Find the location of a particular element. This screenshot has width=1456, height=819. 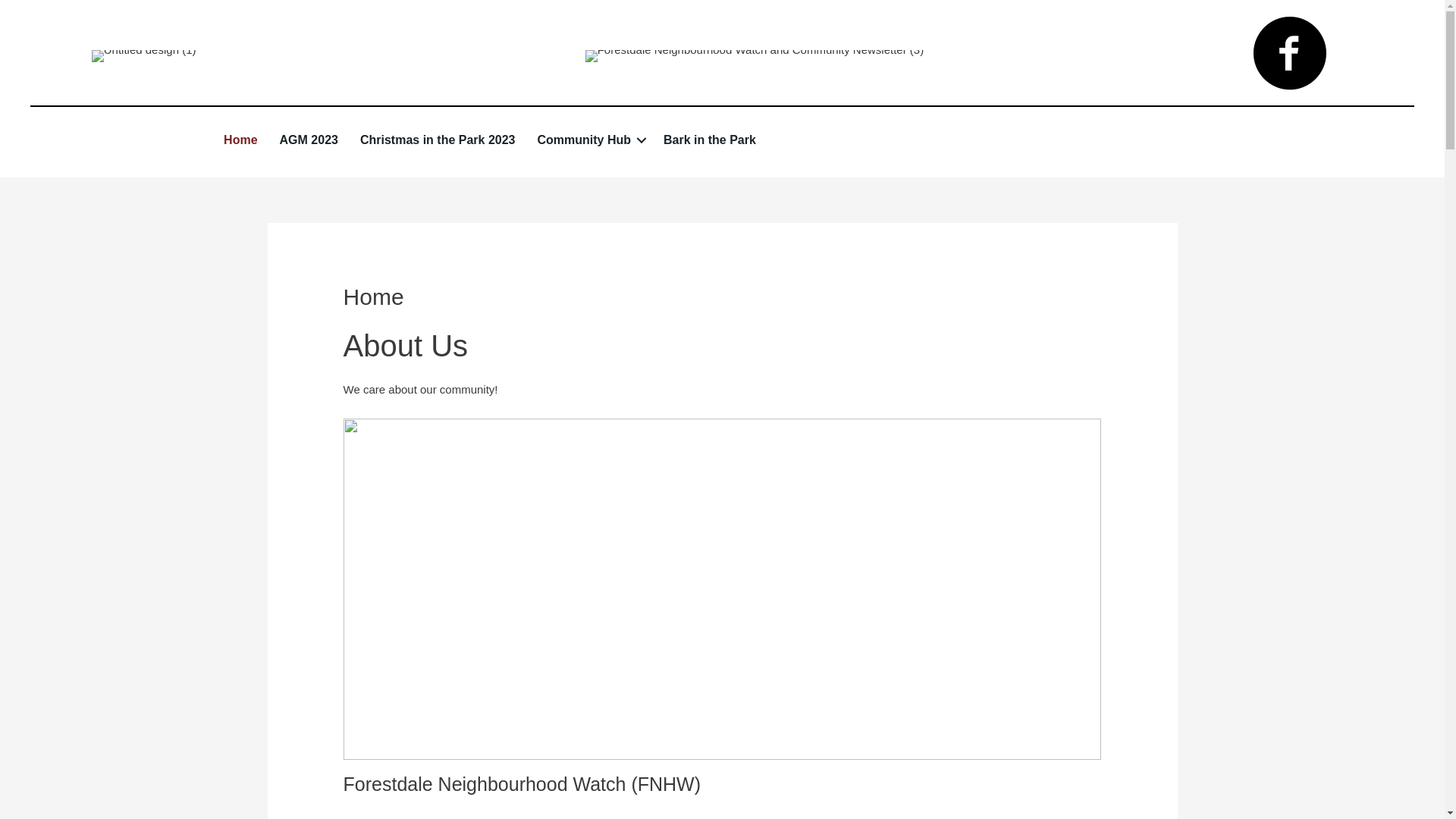

'Christmas in the Park 2023' is located at coordinates (348, 140).